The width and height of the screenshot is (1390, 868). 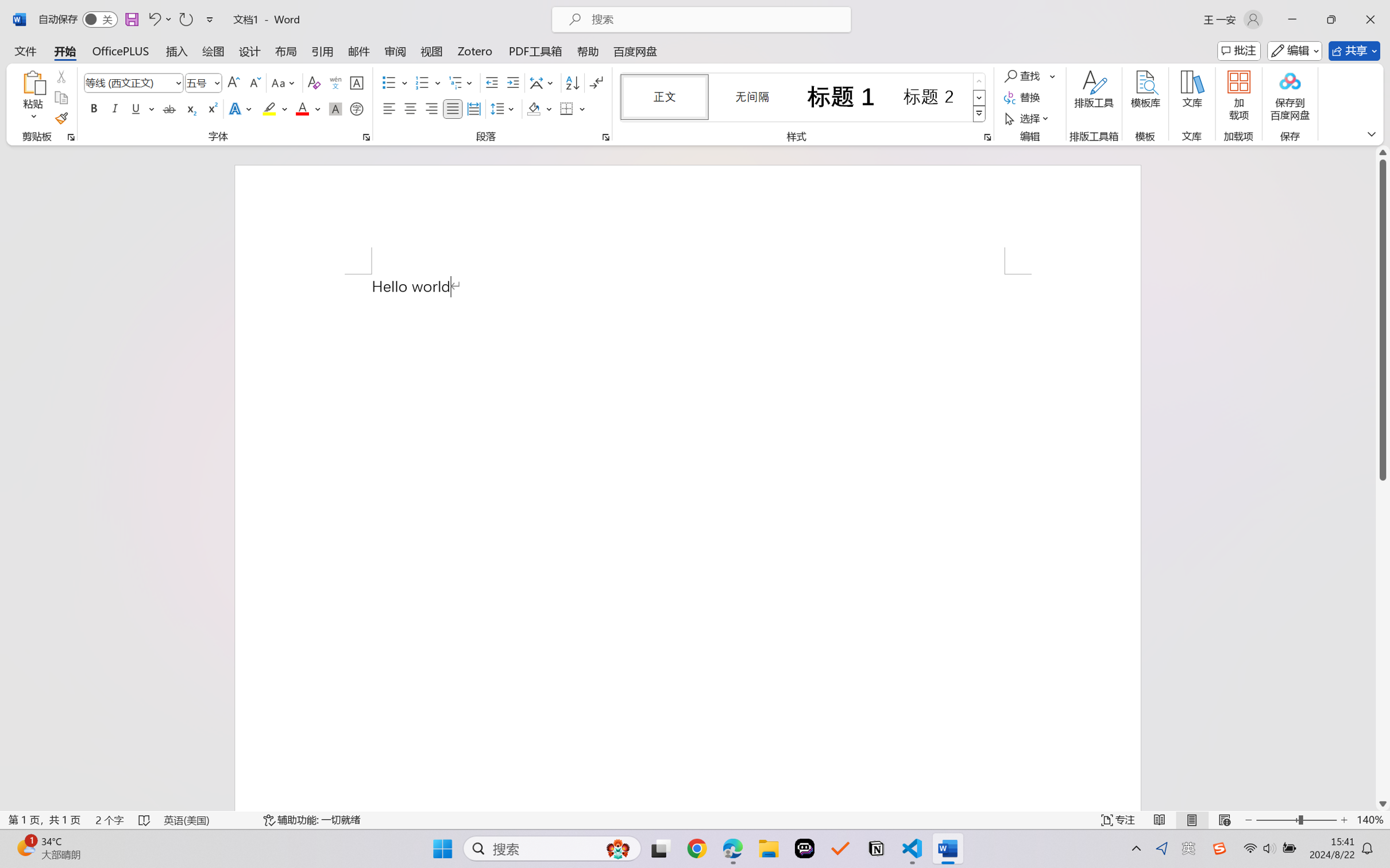 I want to click on 'Class: NetUIScrollBar', so click(x=1383, y=478).